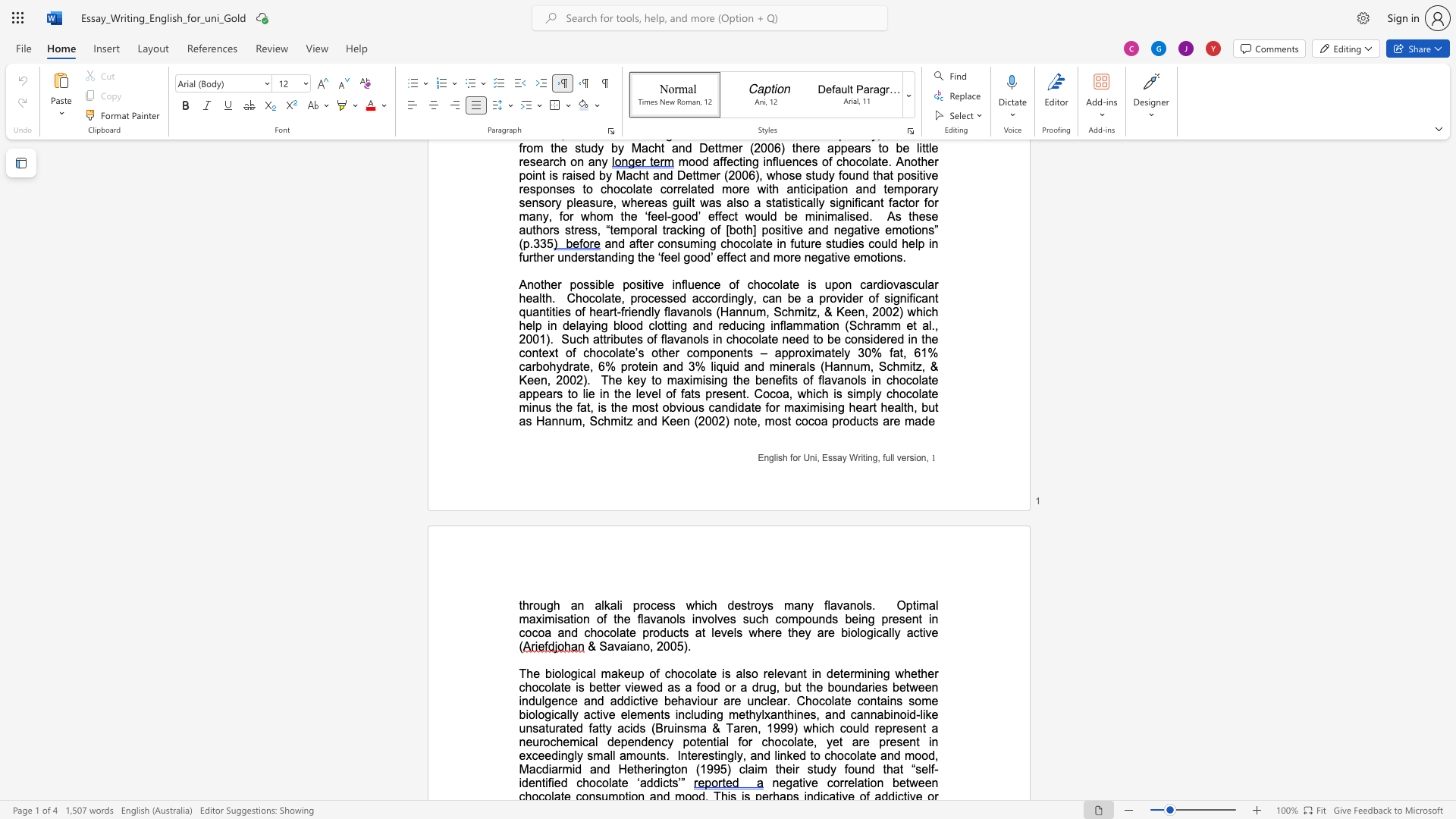 This screenshot has width=1456, height=819. Describe the element at coordinates (861, 727) in the screenshot. I see `the 8th character "l" in the text` at that location.